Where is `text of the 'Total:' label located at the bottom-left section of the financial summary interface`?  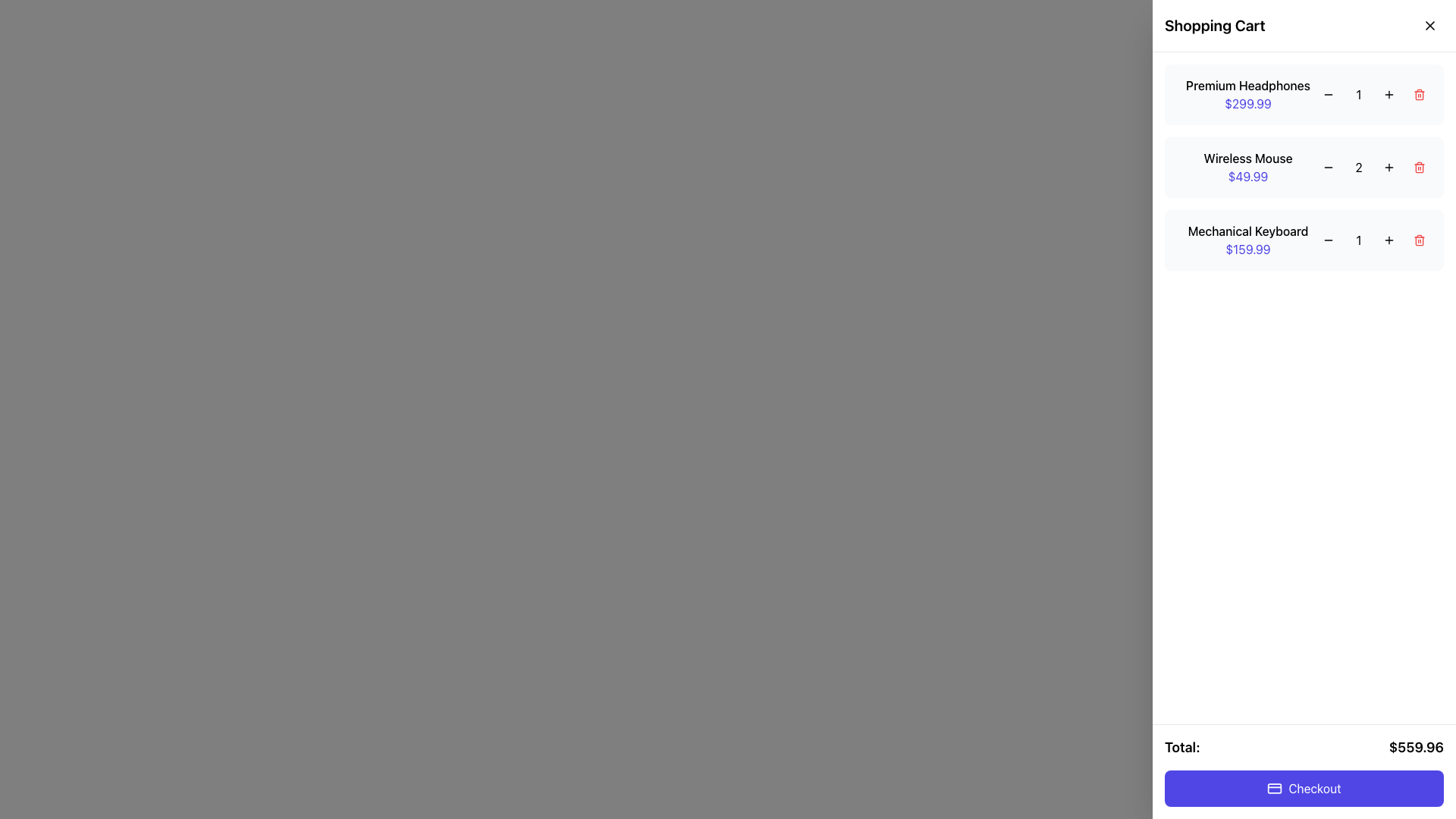
text of the 'Total:' label located at the bottom-left section of the financial summary interface is located at coordinates (1181, 747).